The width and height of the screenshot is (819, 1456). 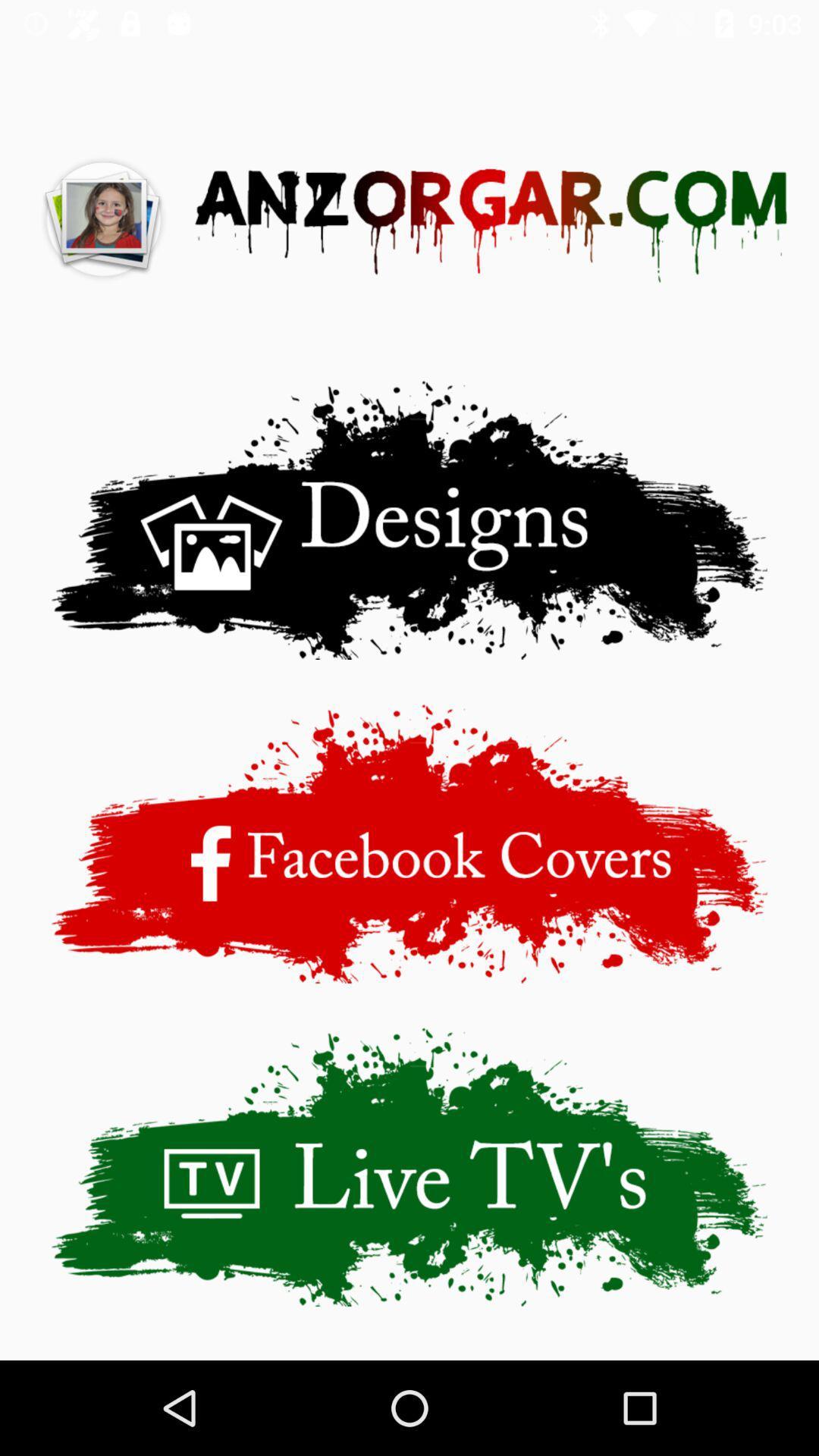 I want to click on open live tv, so click(x=409, y=1166).